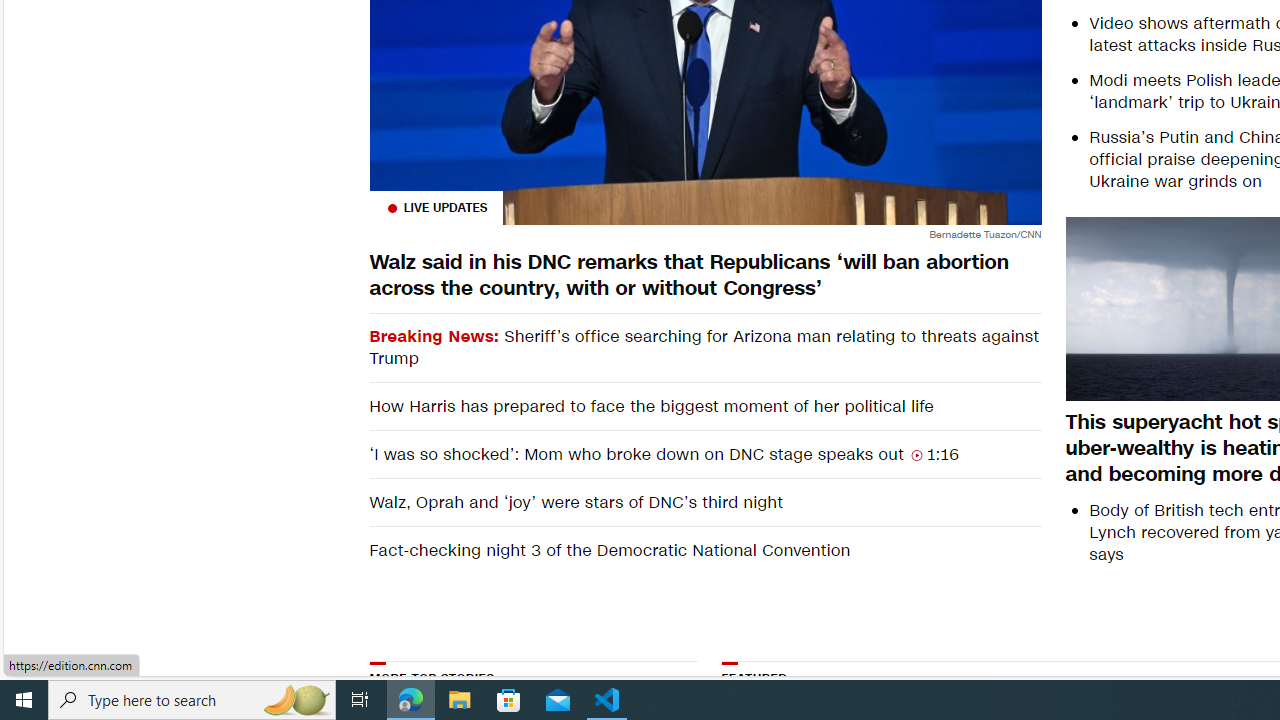 The image size is (1280, 720). I want to click on 'Fact-checking night 3 of the Democratic National Convention', so click(705, 550).